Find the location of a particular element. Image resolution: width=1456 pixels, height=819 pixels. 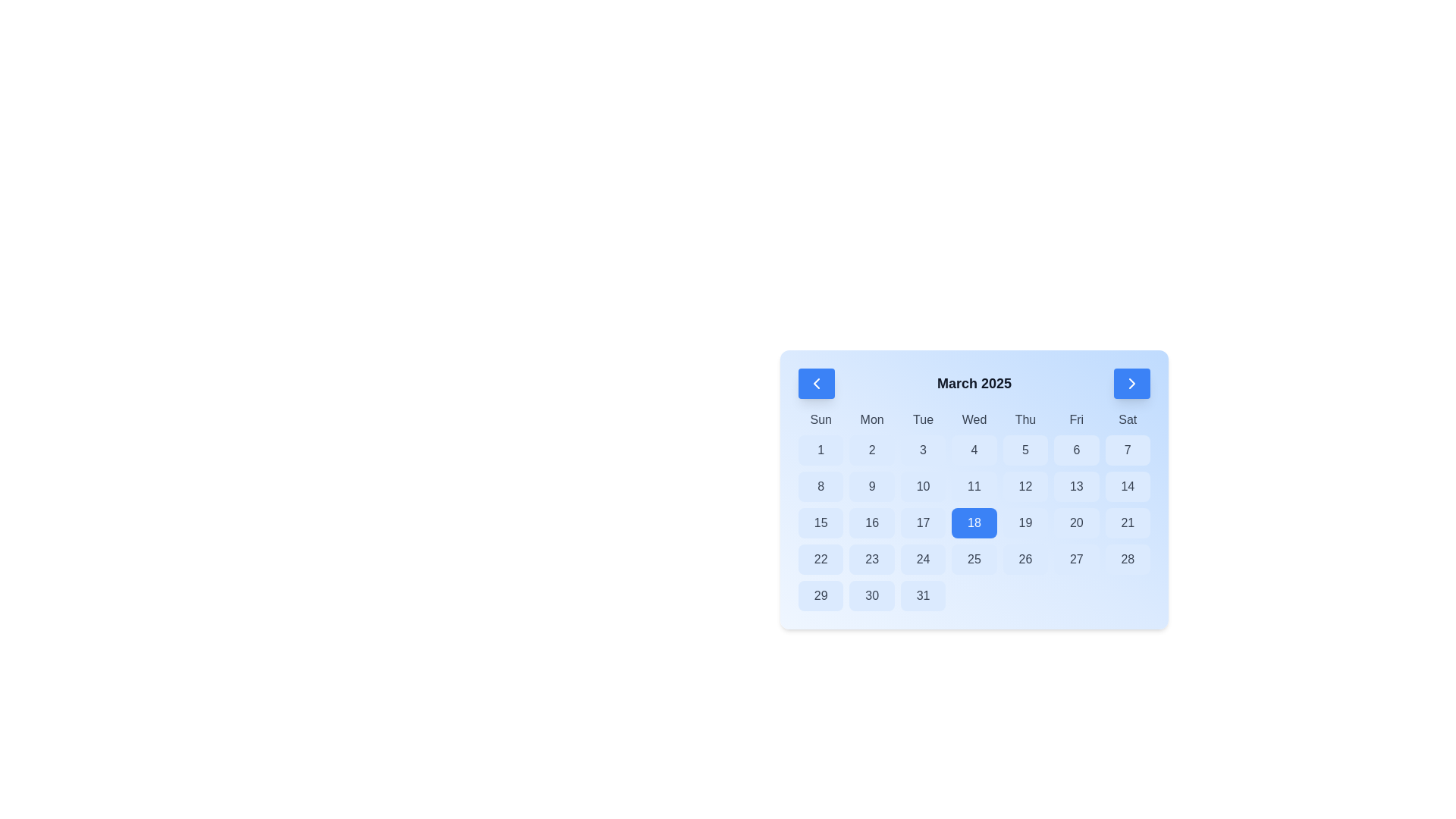

the text label displaying 'Sat', which is the last item in a row of day abbreviations is located at coordinates (1128, 420).